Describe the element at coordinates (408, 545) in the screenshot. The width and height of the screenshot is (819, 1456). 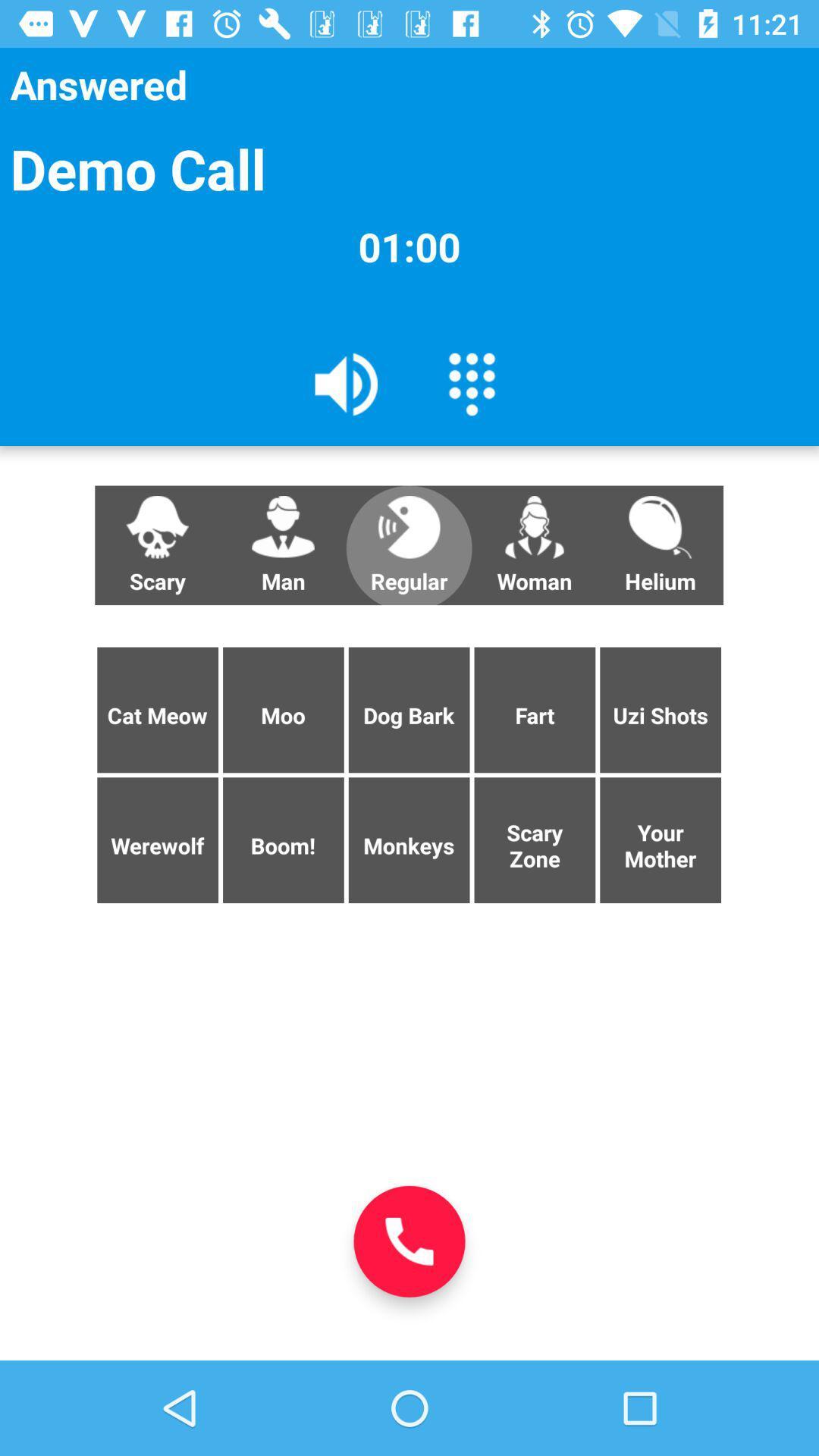
I see `the button next to the woman` at that location.